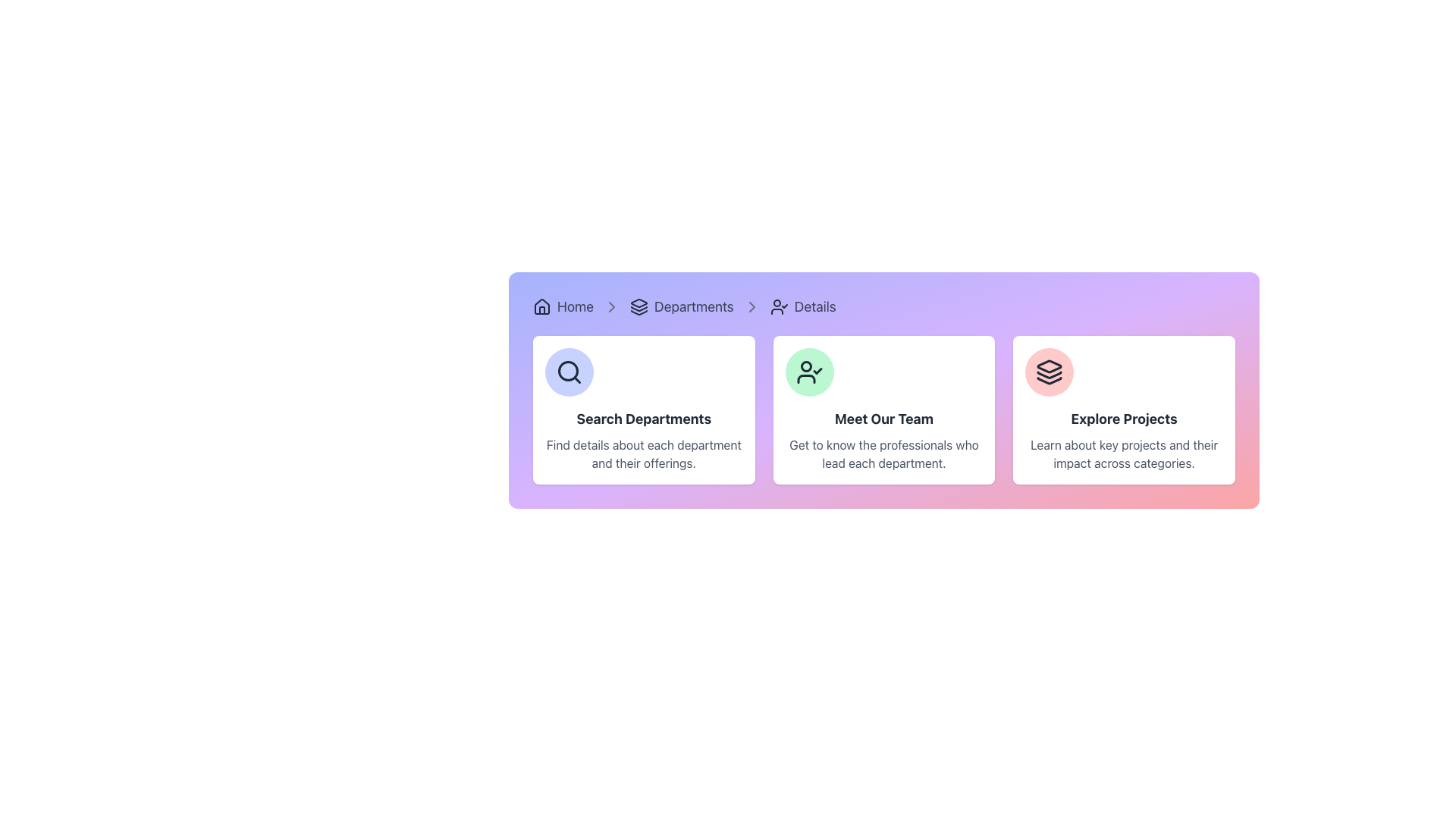  I want to click on the title or headline Text element located at the top-center of the middle card in a horizontal list of three cards, so click(884, 419).